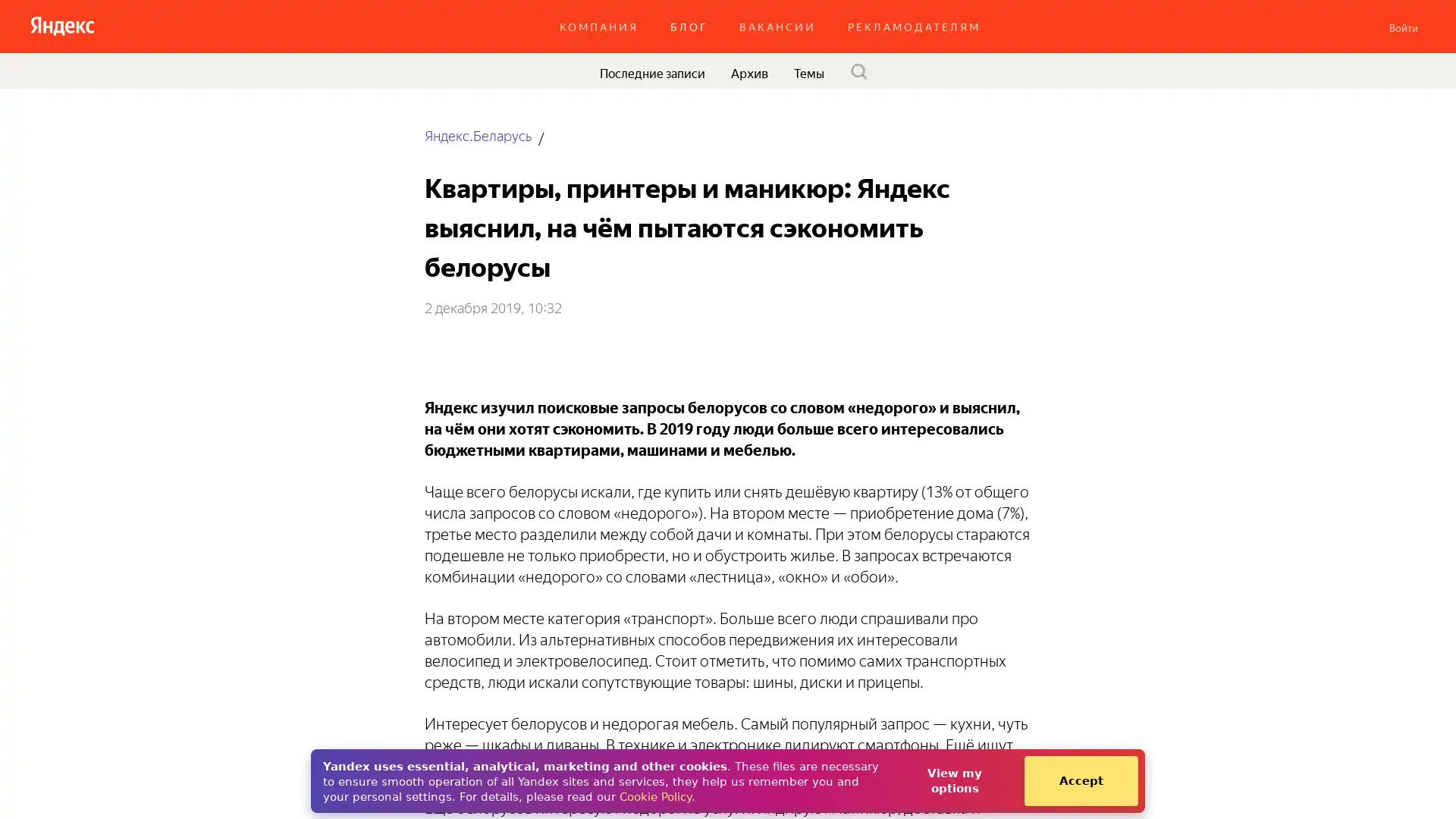  Describe the element at coordinates (953, 780) in the screenshot. I see `View my options` at that location.